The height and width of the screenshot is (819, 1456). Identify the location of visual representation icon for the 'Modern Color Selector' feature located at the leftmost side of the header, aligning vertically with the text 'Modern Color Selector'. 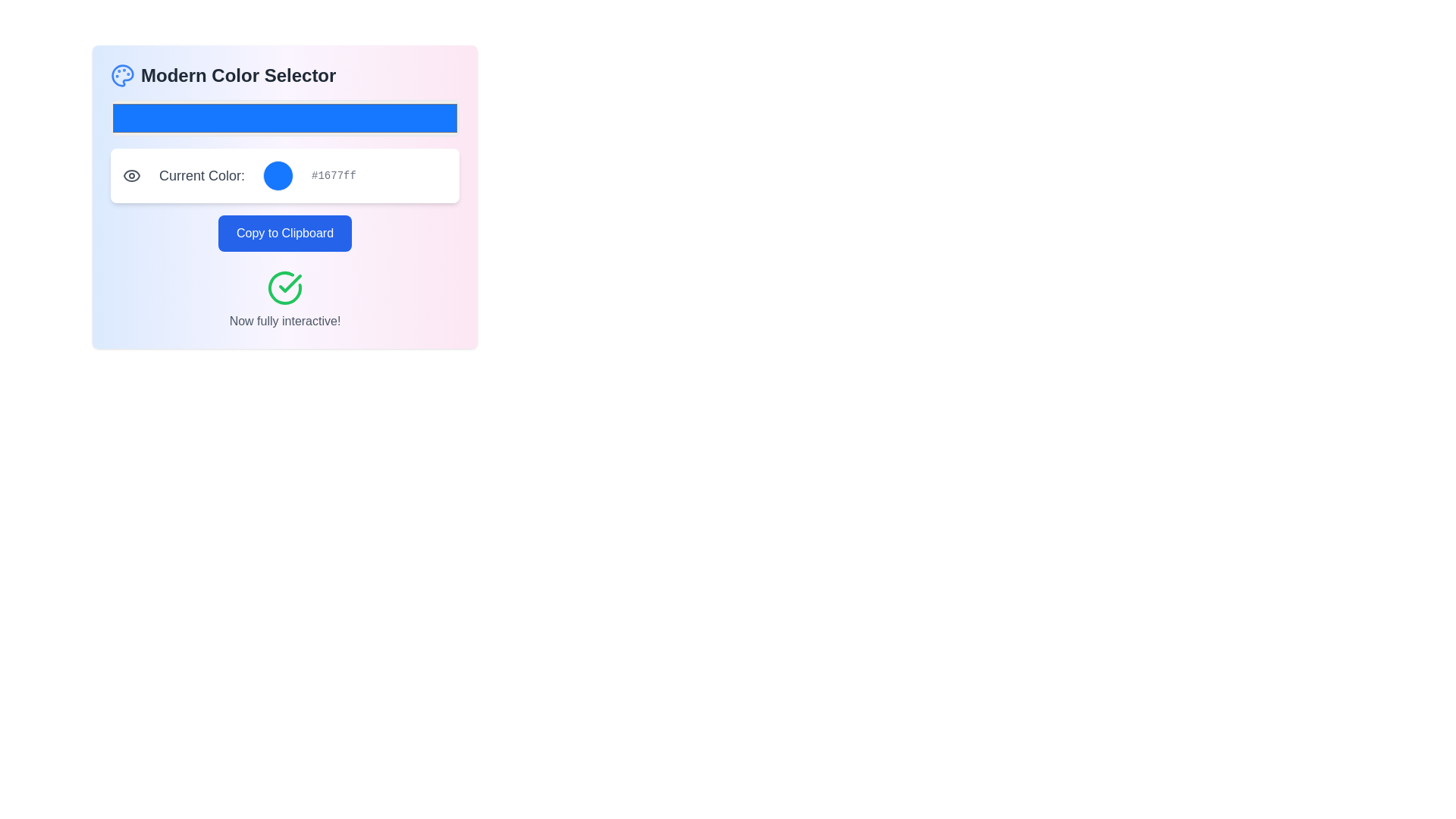
(123, 76).